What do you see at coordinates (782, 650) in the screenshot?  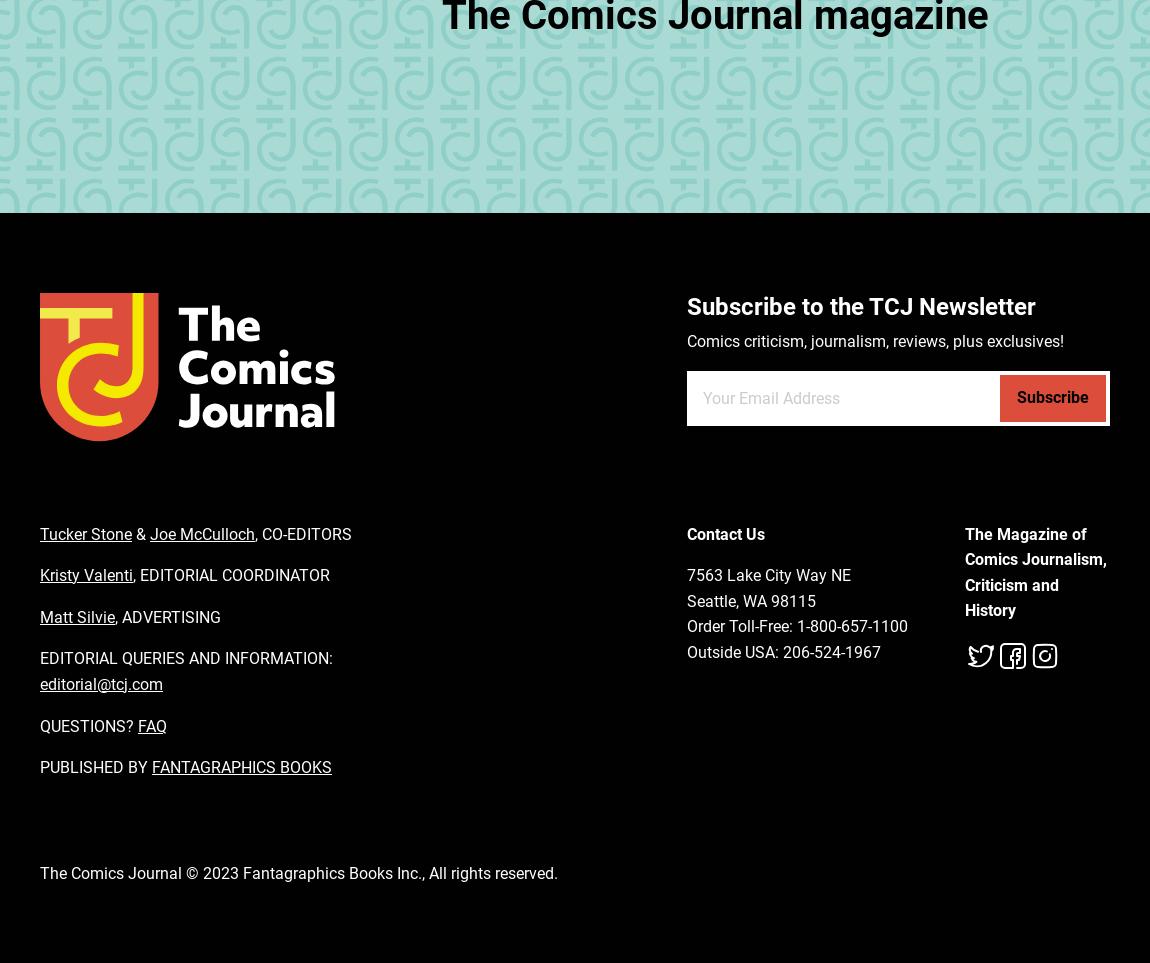 I see `'Outside USA: 206-524-1967'` at bounding box center [782, 650].